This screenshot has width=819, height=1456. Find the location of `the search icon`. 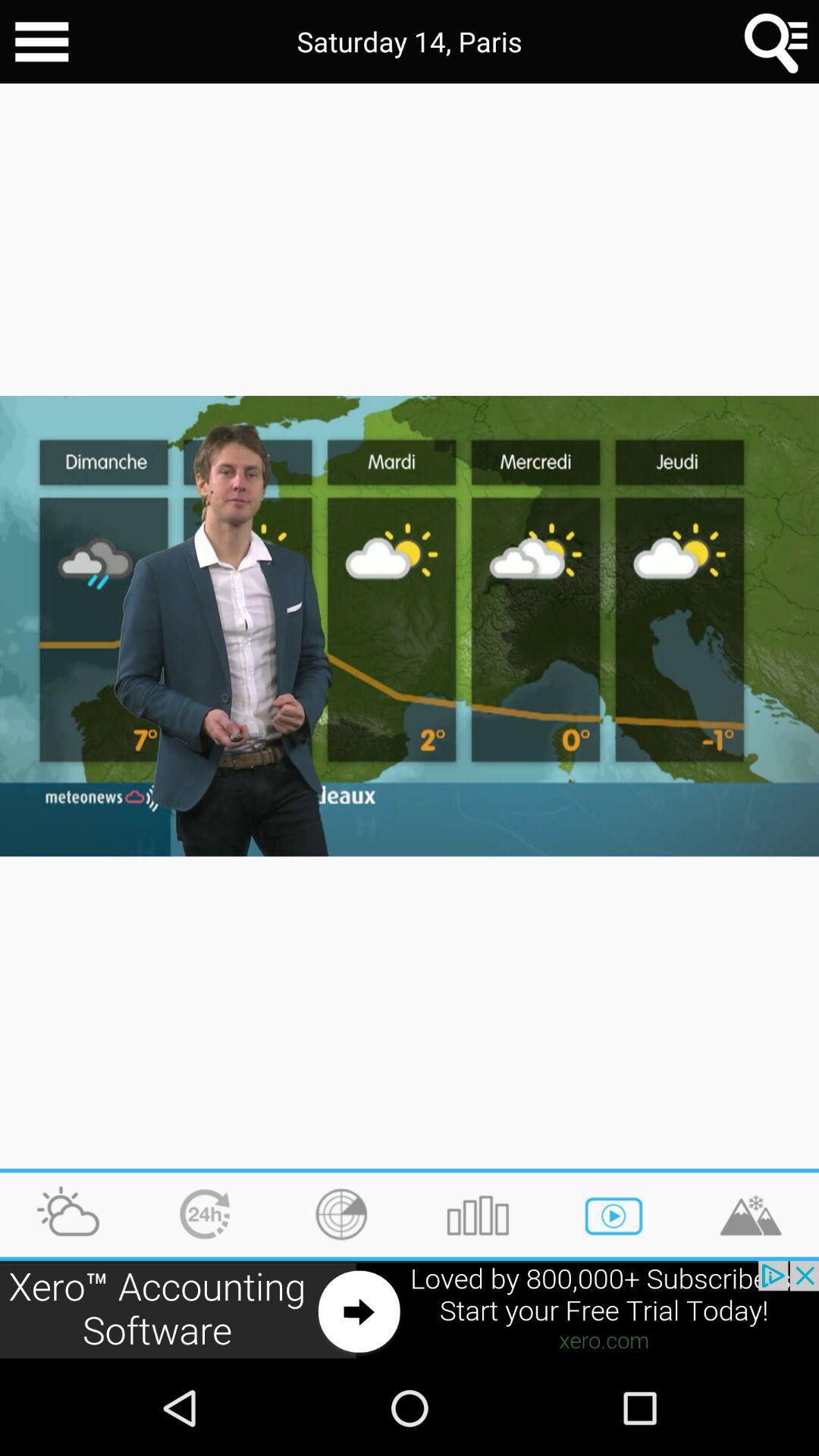

the search icon is located at coordinates (777, 44).